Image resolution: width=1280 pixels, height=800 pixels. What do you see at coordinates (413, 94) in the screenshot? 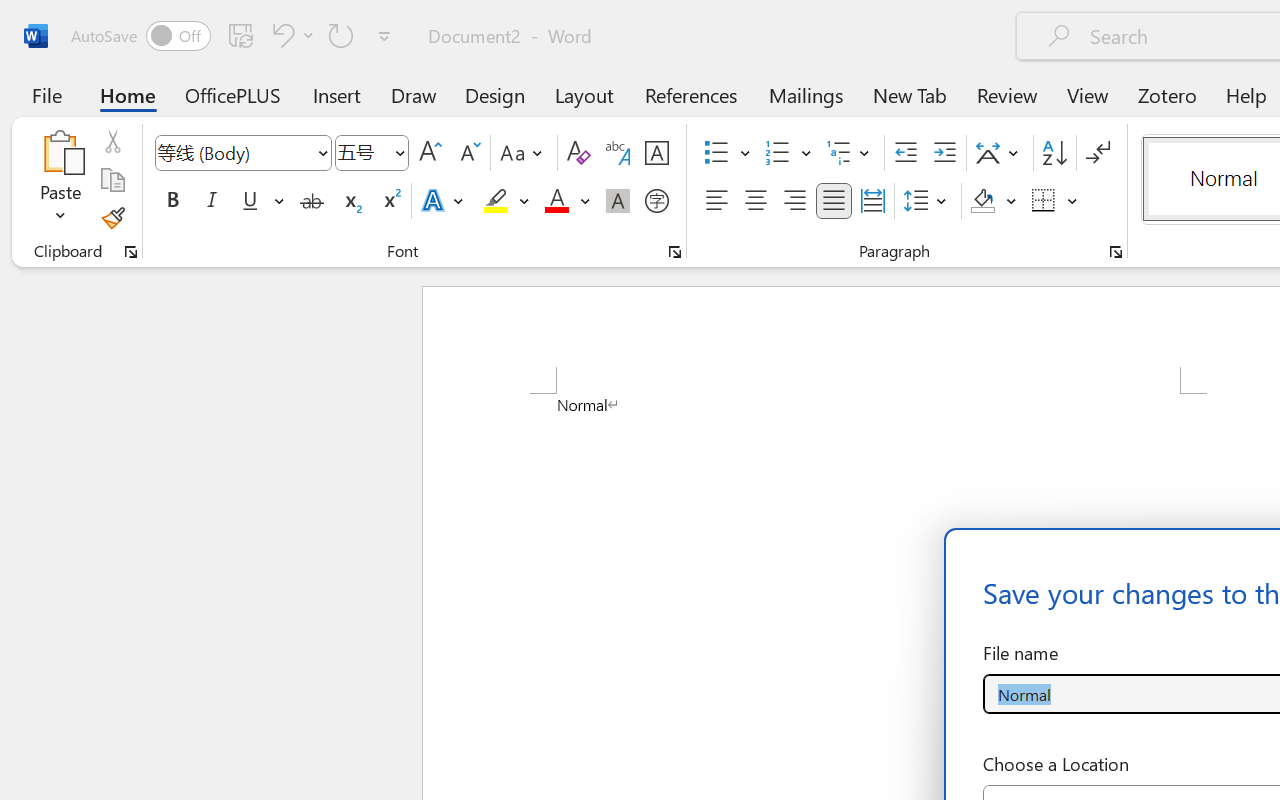
I see `'Draw'` at bounding box center [413, 94].